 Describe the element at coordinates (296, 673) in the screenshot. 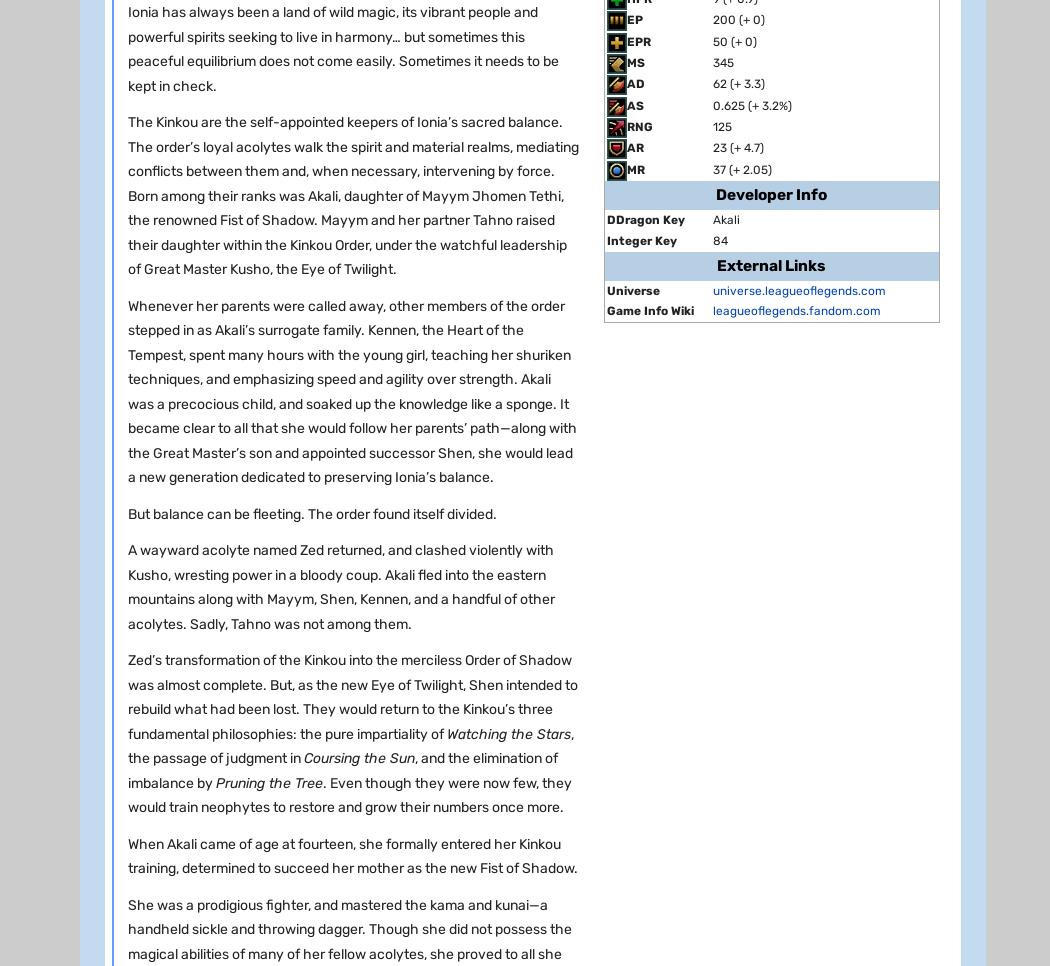

I see `'225/450/645'` at that location.